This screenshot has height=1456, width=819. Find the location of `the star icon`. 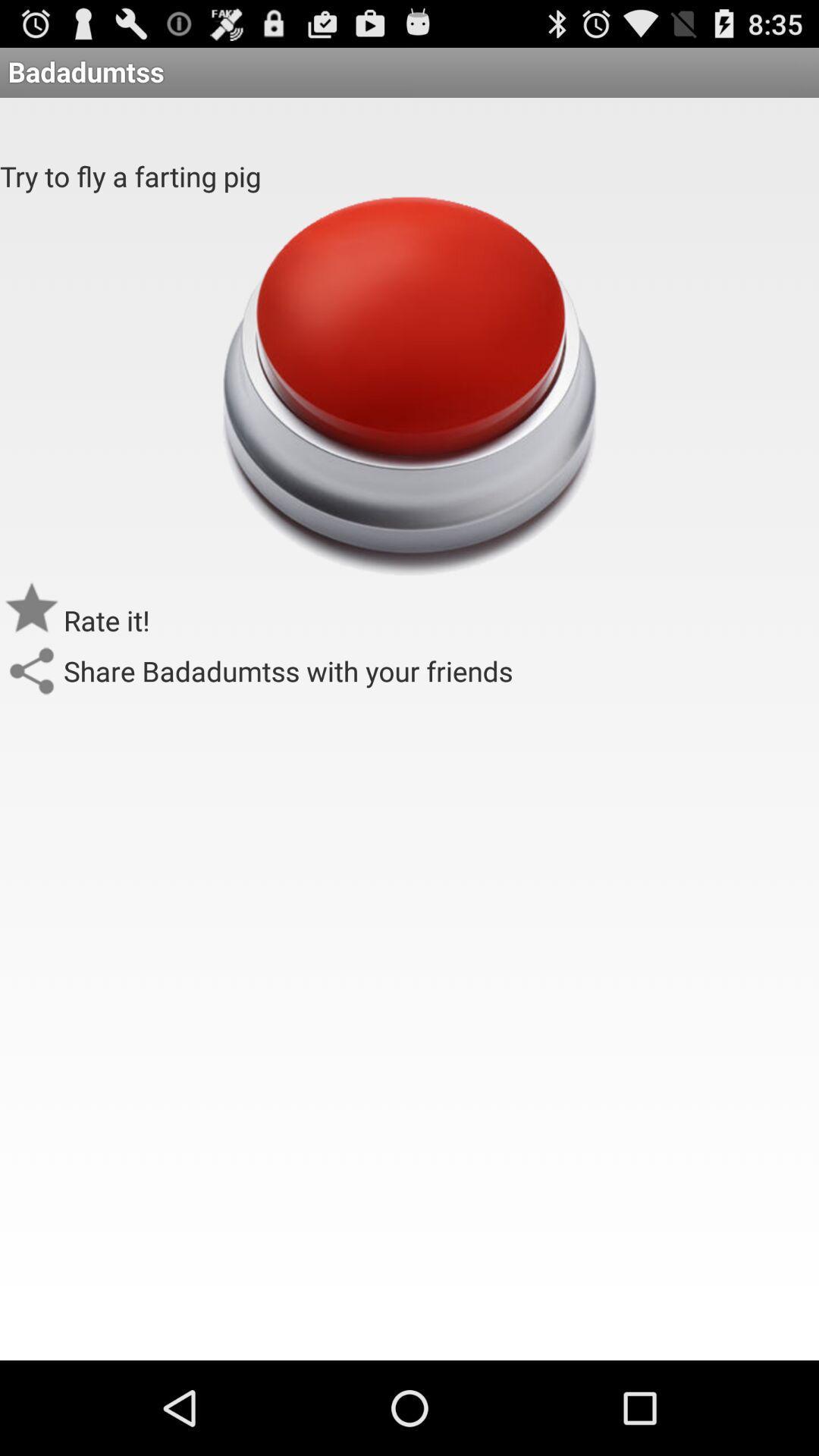

the star icon is located at coordinates (32, 650).